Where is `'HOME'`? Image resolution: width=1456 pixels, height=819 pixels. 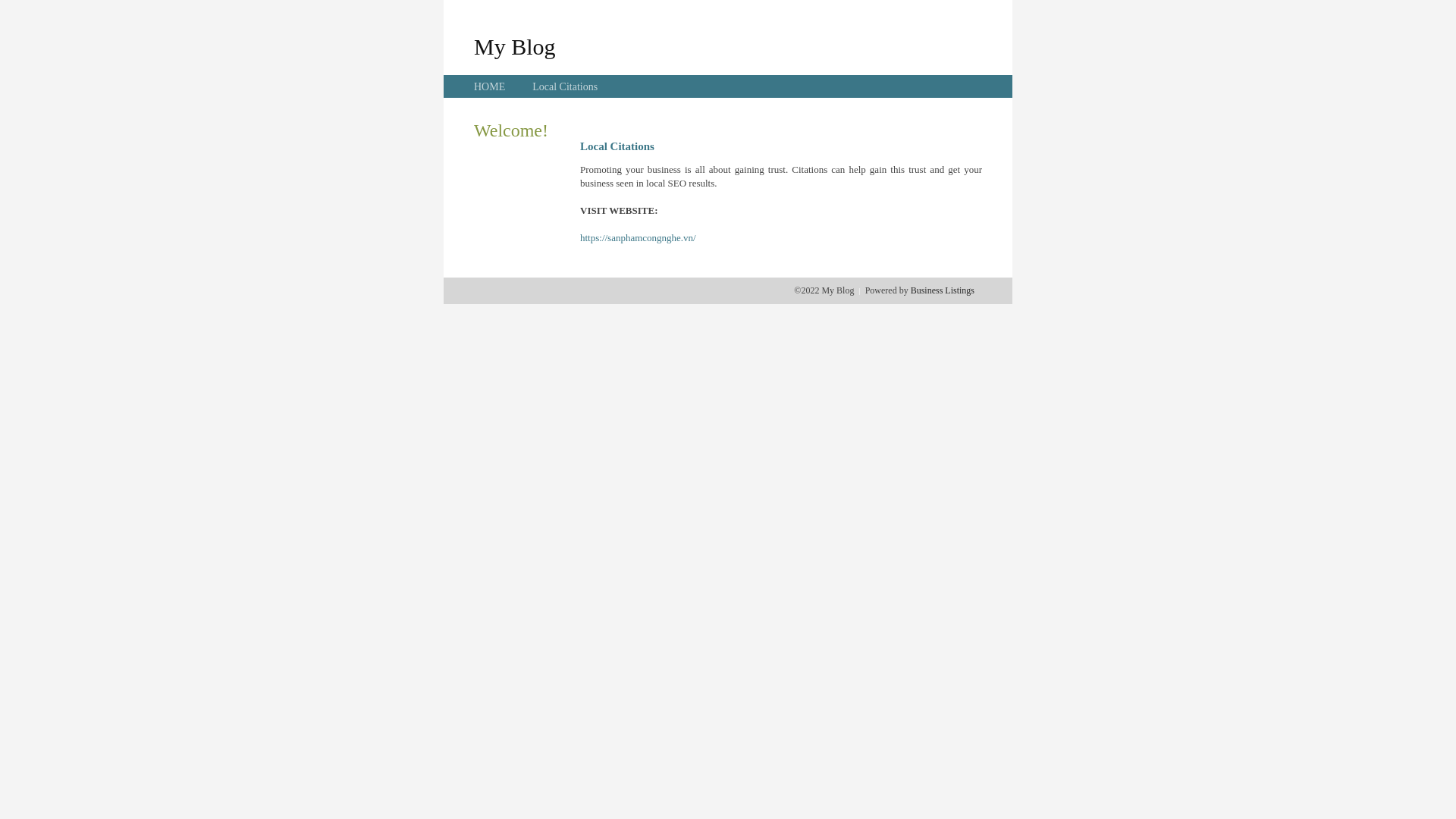 'HOME' is located at coordinates (489, 86).